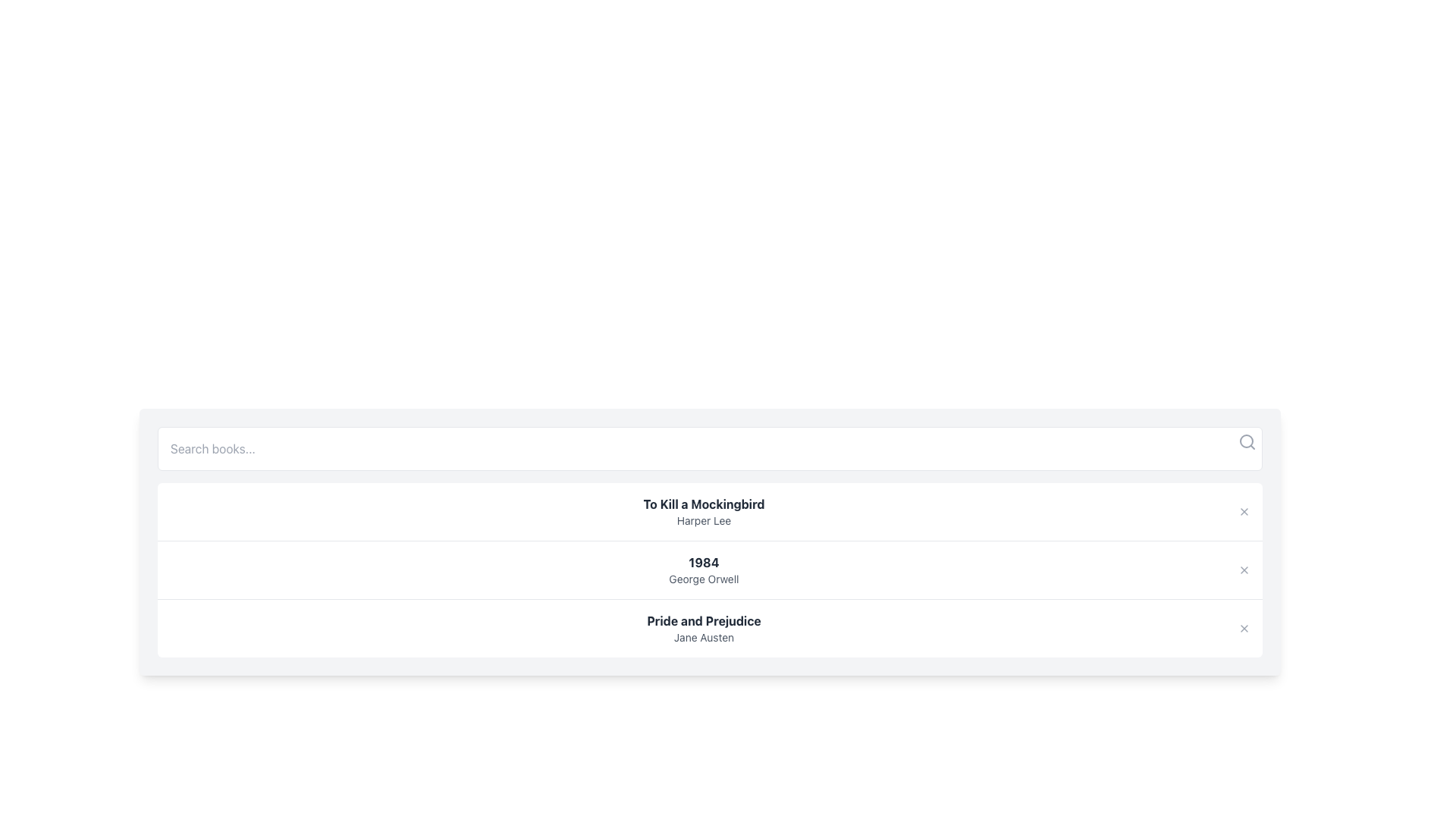  I want to click on the second list item in the book selection interface, so click(703, 570).